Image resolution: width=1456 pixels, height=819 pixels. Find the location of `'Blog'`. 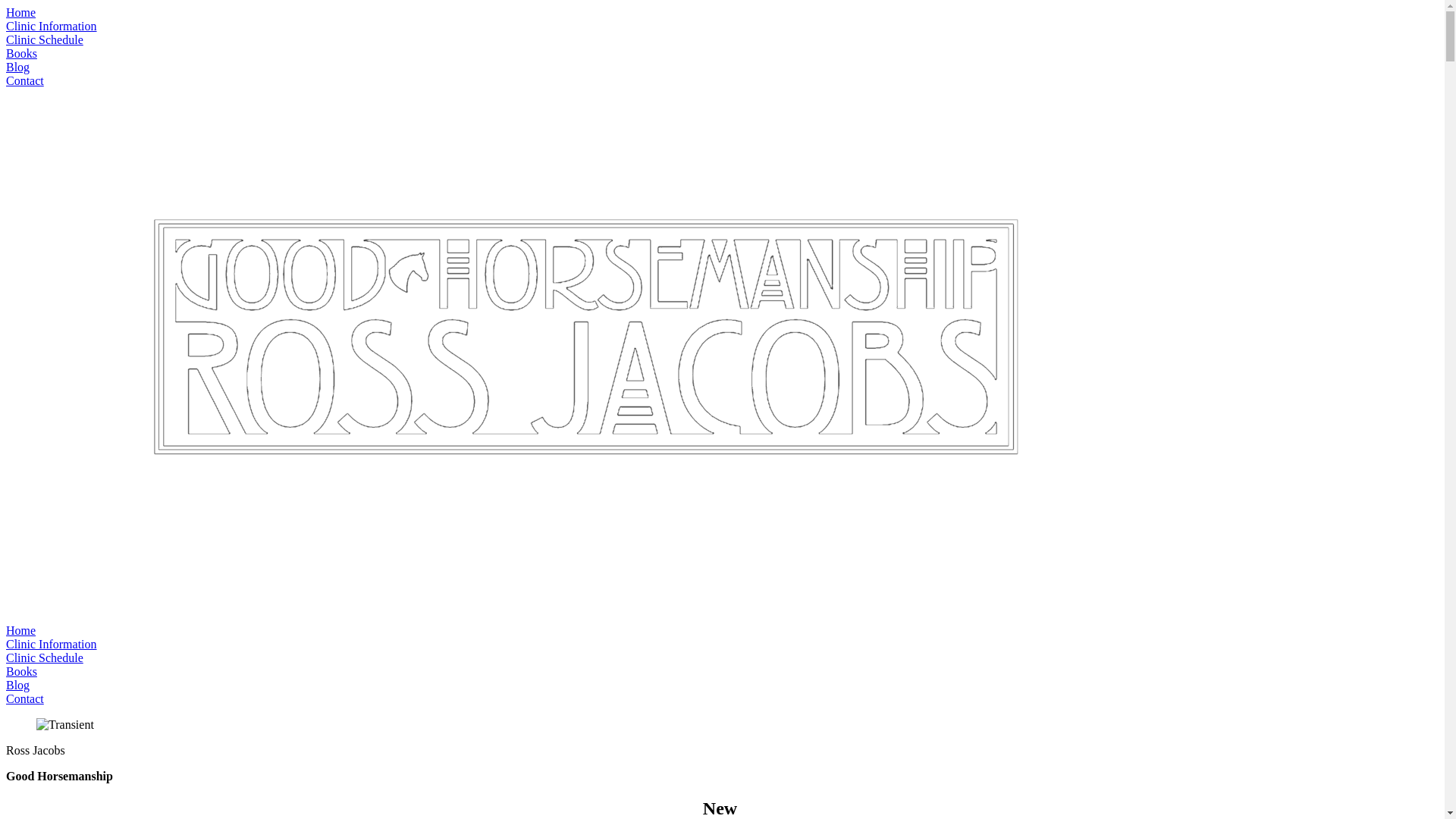

'Blog' is located at coordinates (17, 66).